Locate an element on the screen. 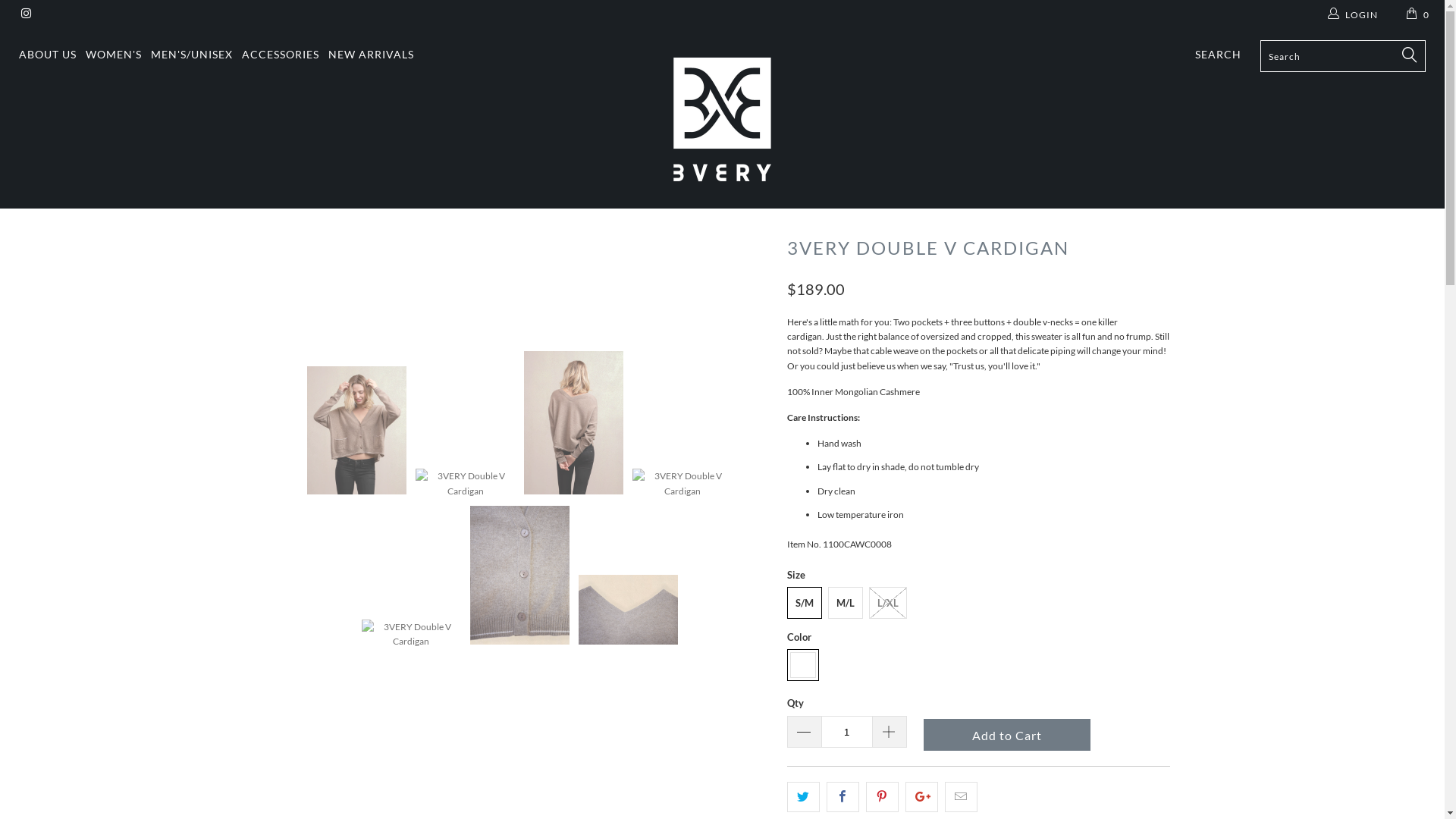 The height and width of the screenshot is (819, 1456). 'Add to Cart' is located at coordinates (1007, 733).